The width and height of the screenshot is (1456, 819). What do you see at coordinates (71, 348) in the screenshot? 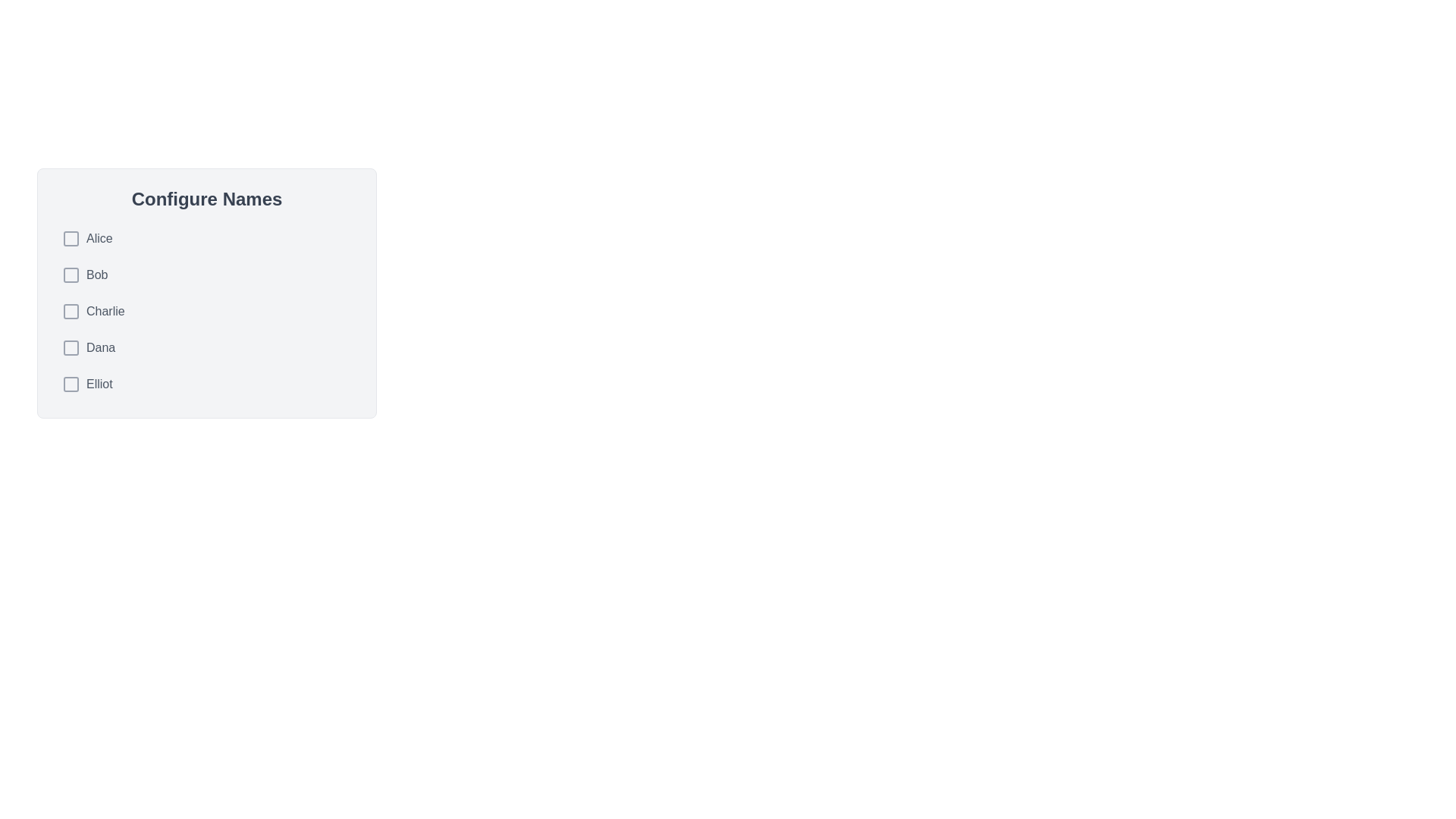
I see `the checkbox associated with the option labeled 'Dana'` at bounding box center [71, 348].